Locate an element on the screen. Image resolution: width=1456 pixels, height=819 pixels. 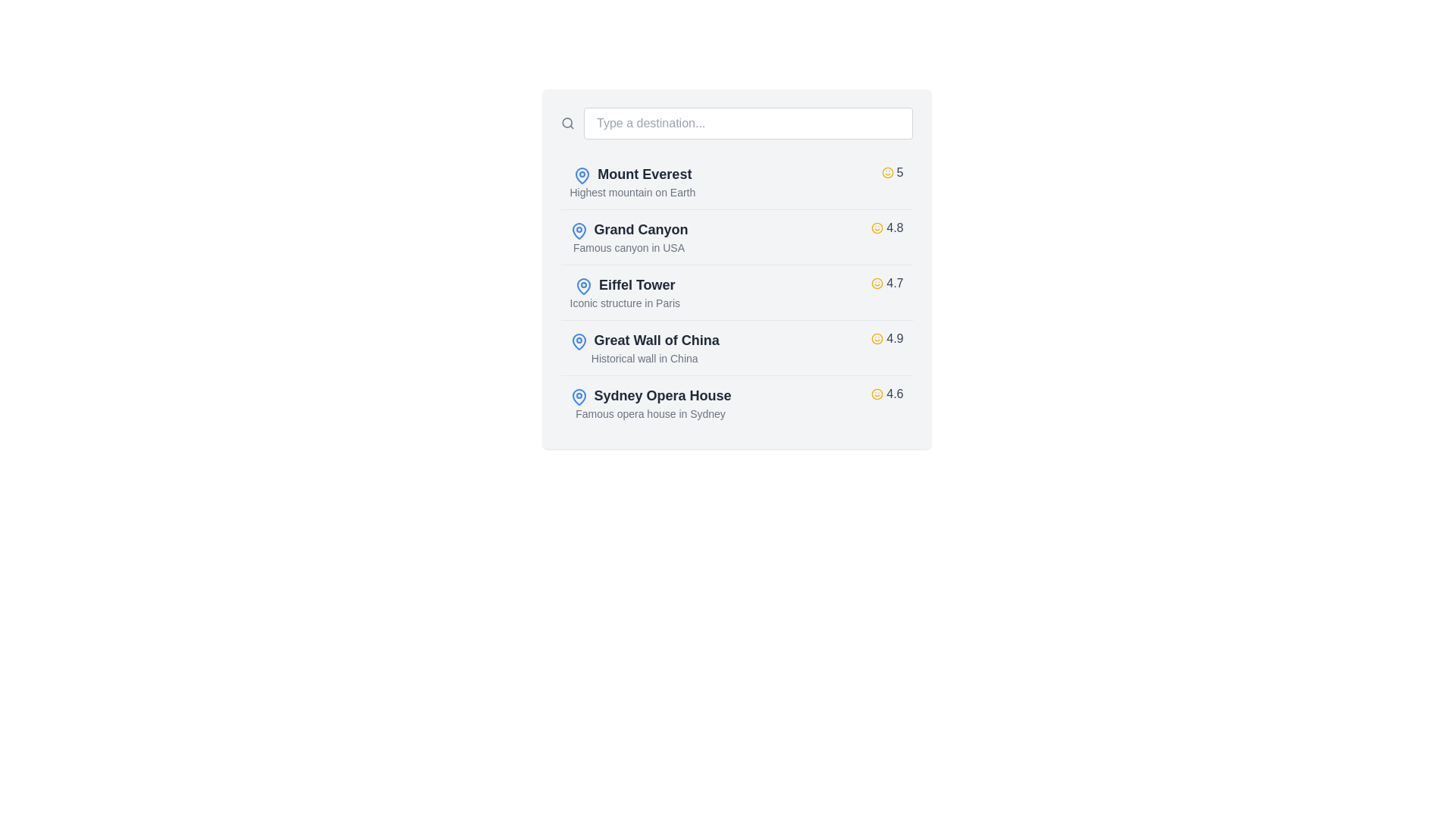
the second list item detailing information about the Grand Canyon is located at coordinates (736, 237).